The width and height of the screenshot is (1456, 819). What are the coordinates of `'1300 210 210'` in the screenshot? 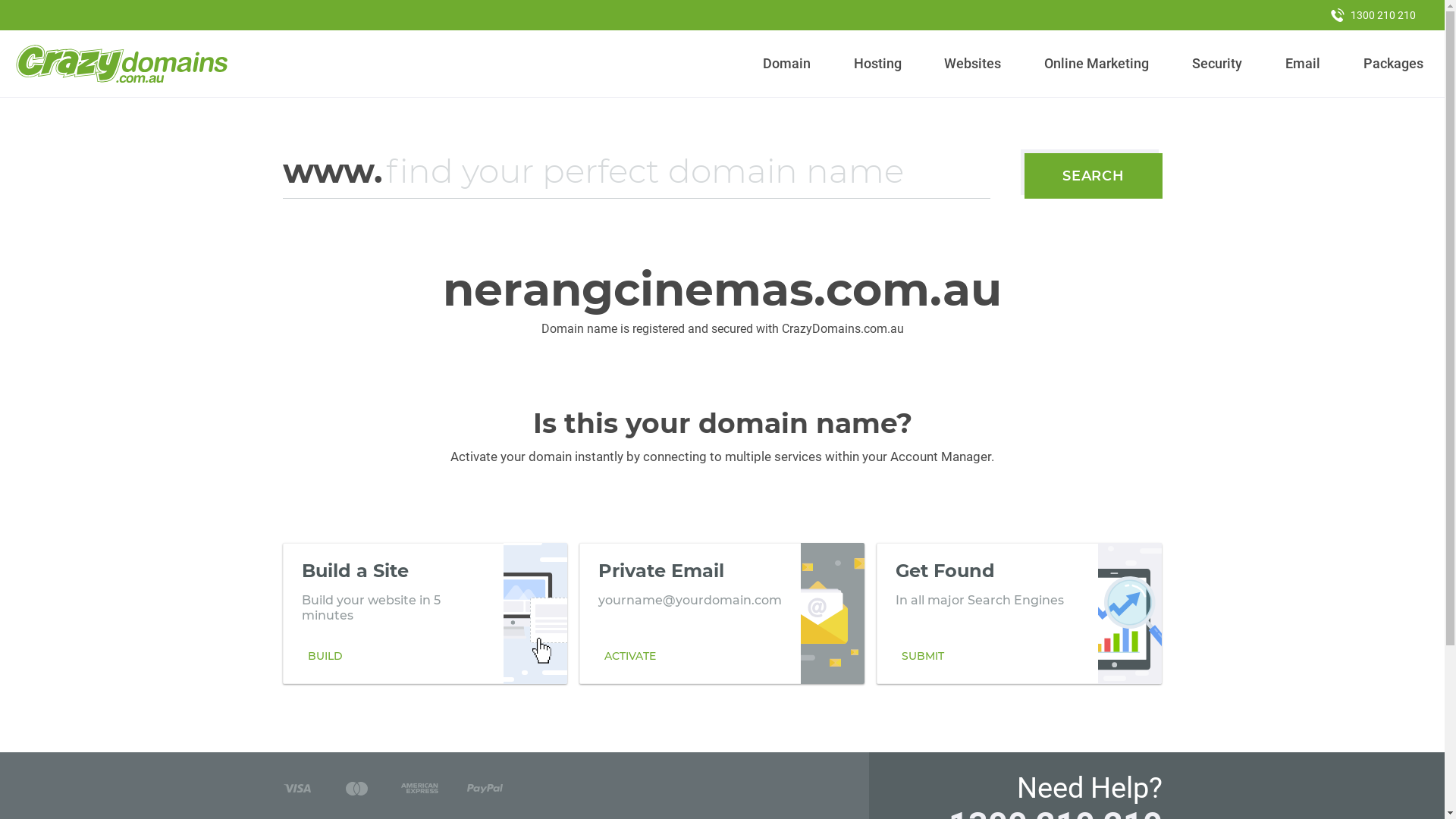 It's located at (1373, 14).